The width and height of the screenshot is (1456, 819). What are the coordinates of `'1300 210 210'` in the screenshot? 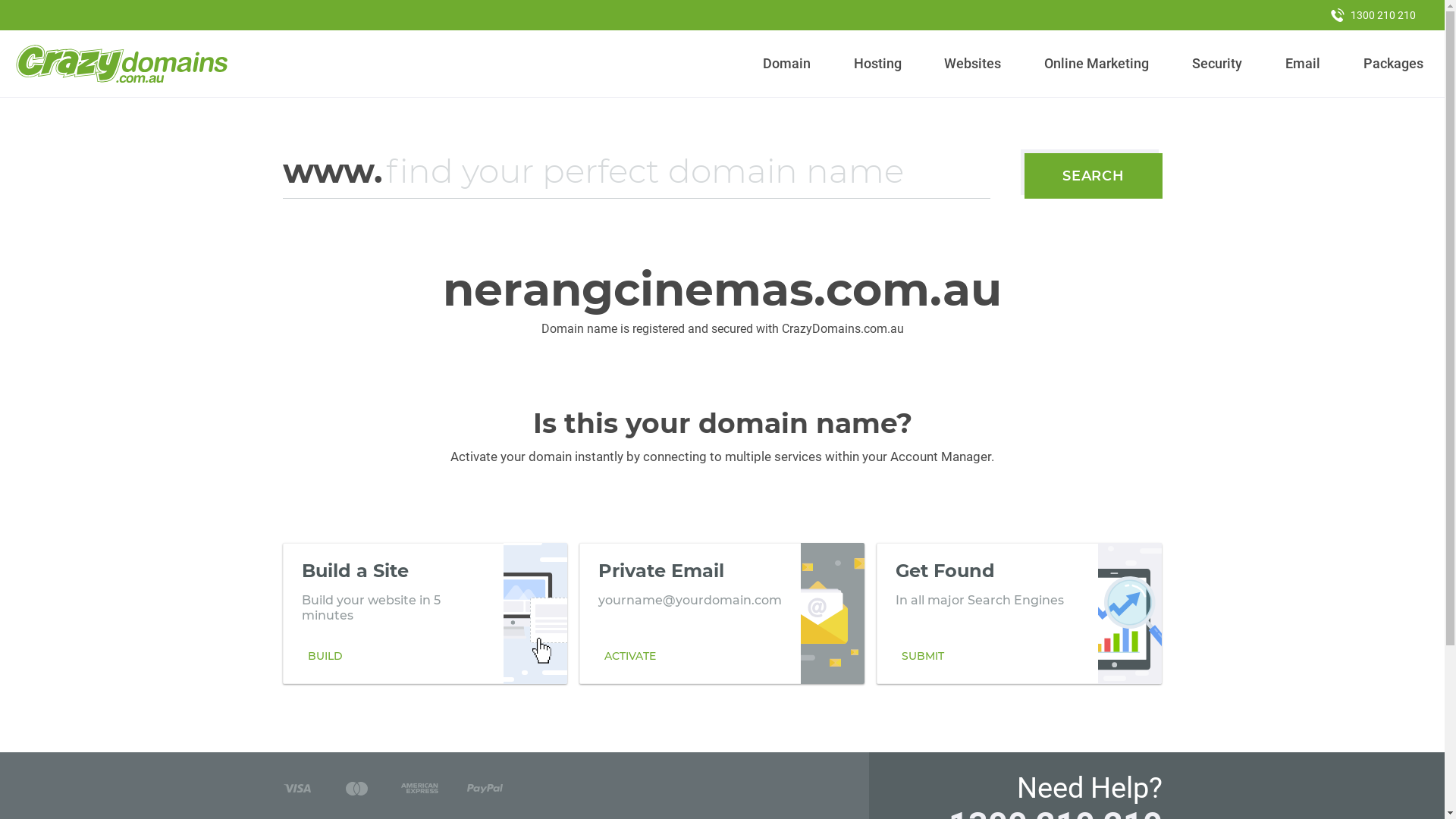 It's located at (1373, 14).